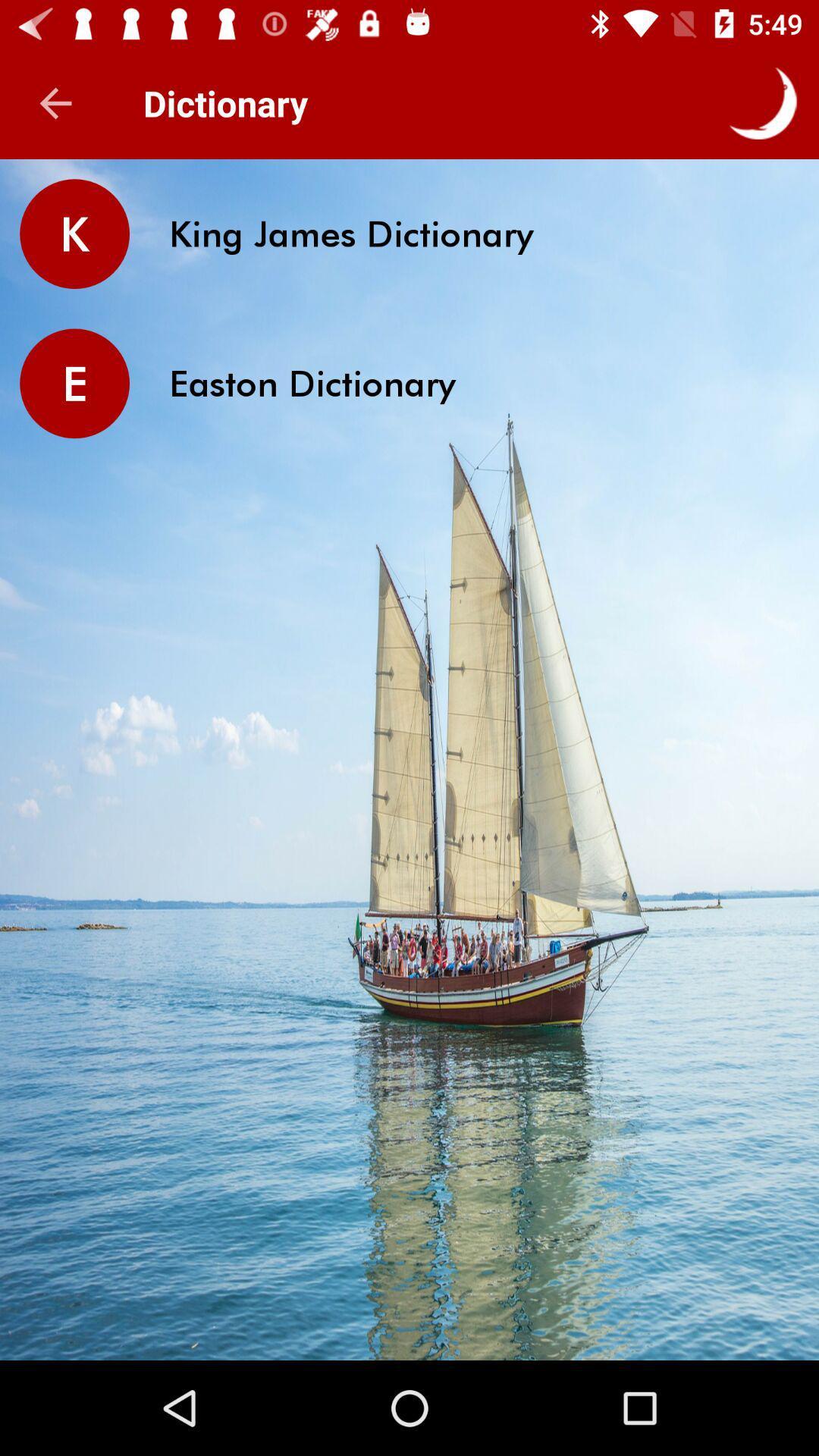 This screenshot has width=819, height=1456. Describe the element at coordinates (55, 102) in the screenshot. I see `goto back` at that location.